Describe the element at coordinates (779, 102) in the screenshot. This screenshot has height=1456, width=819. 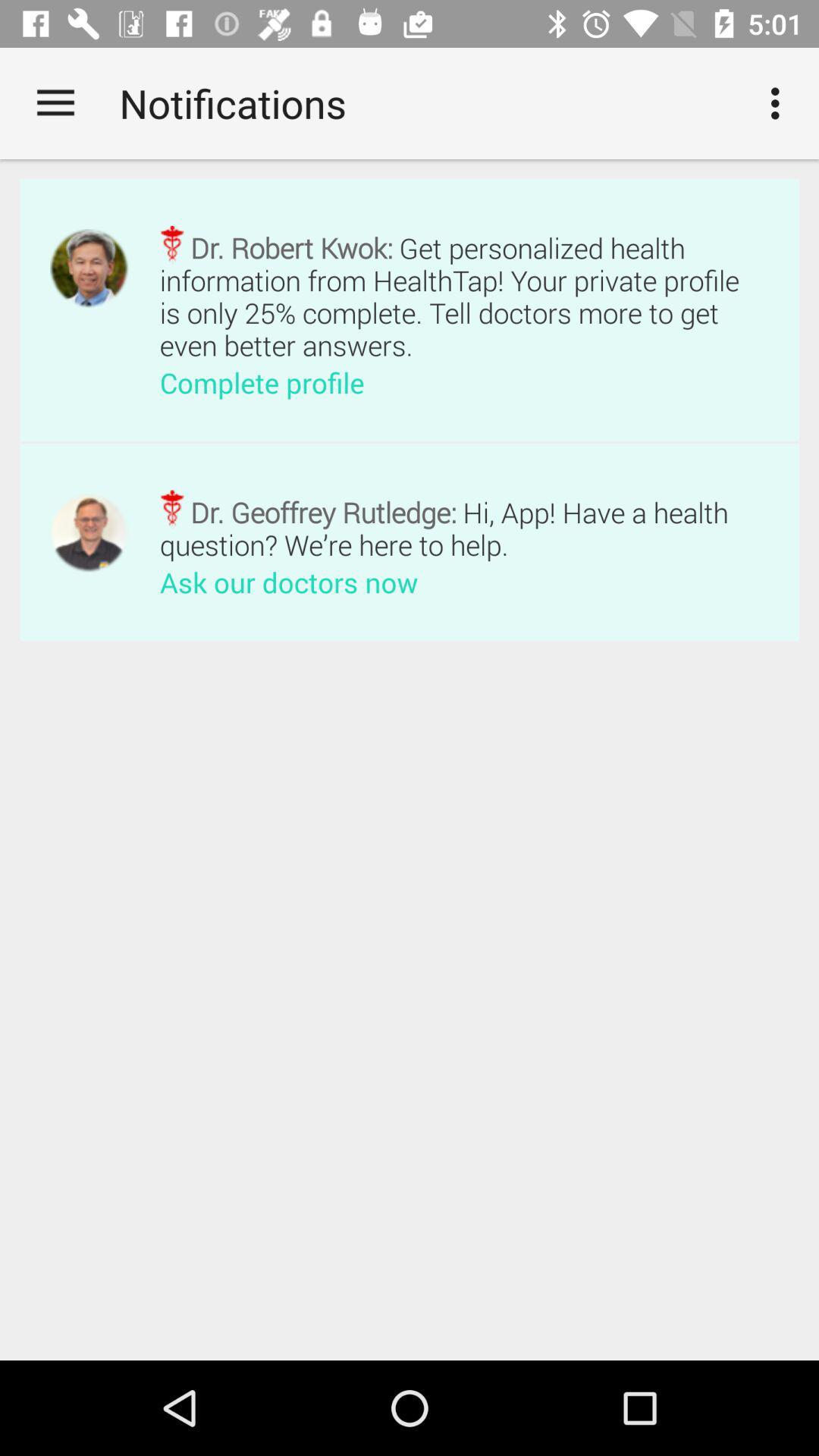
I see `the item next to notifications app` at that location.